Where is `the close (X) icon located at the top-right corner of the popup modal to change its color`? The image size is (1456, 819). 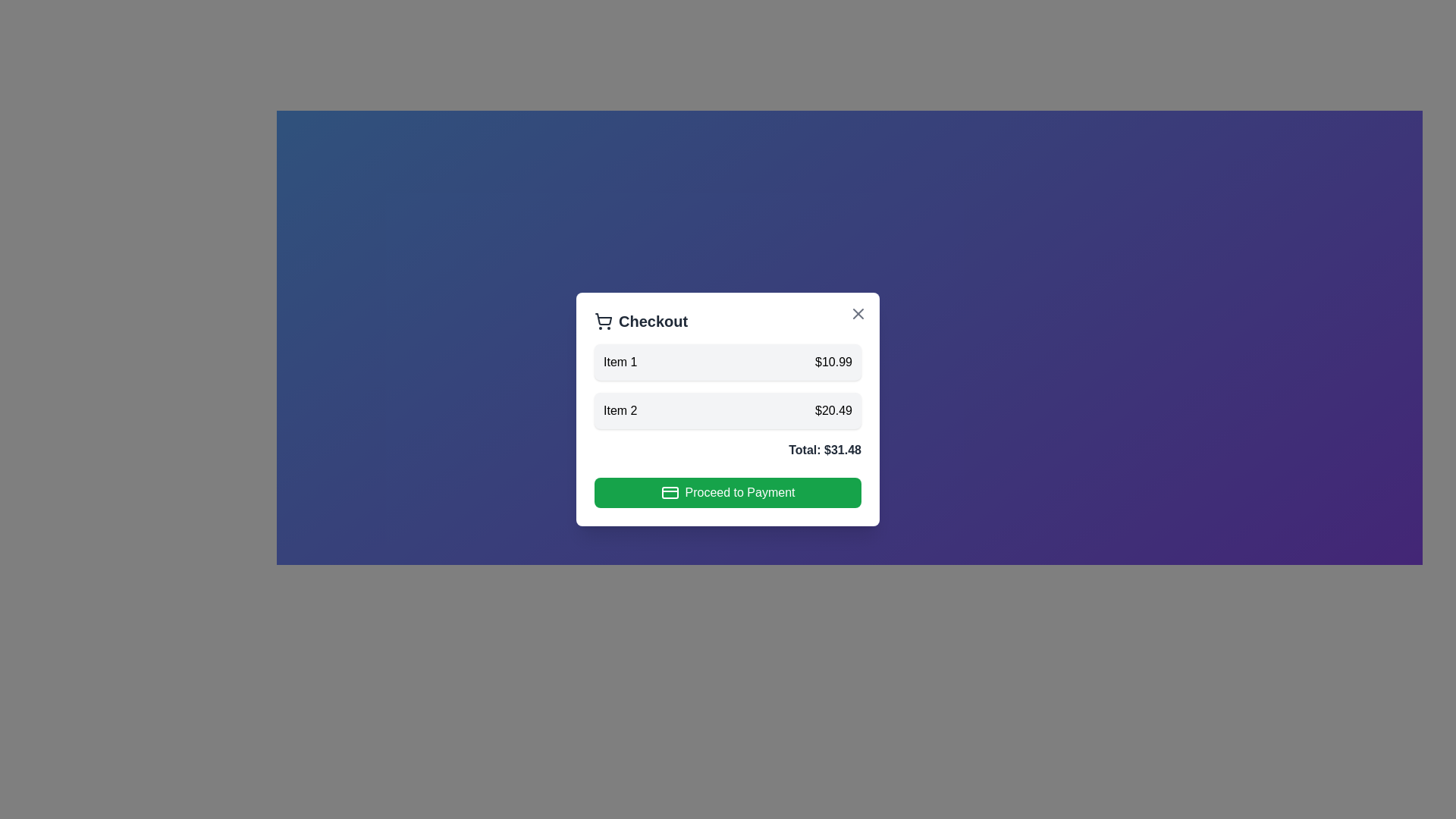 the close (X) icon located at the top-right corner of the popup modal to change its color is located at coordinates (858, 312).